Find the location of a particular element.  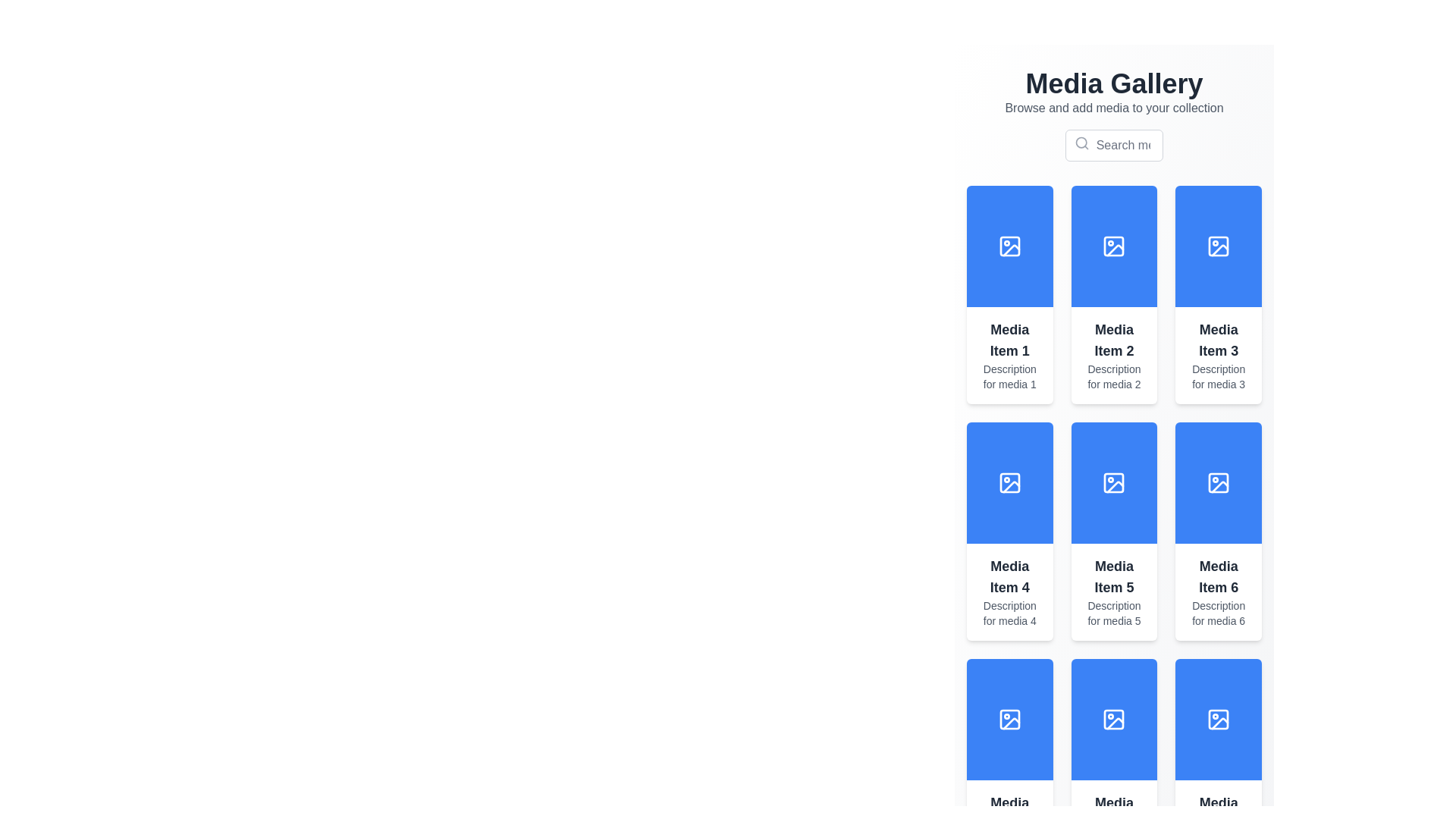

the third media item card in the gallery is located at coordinates (1219, 295).